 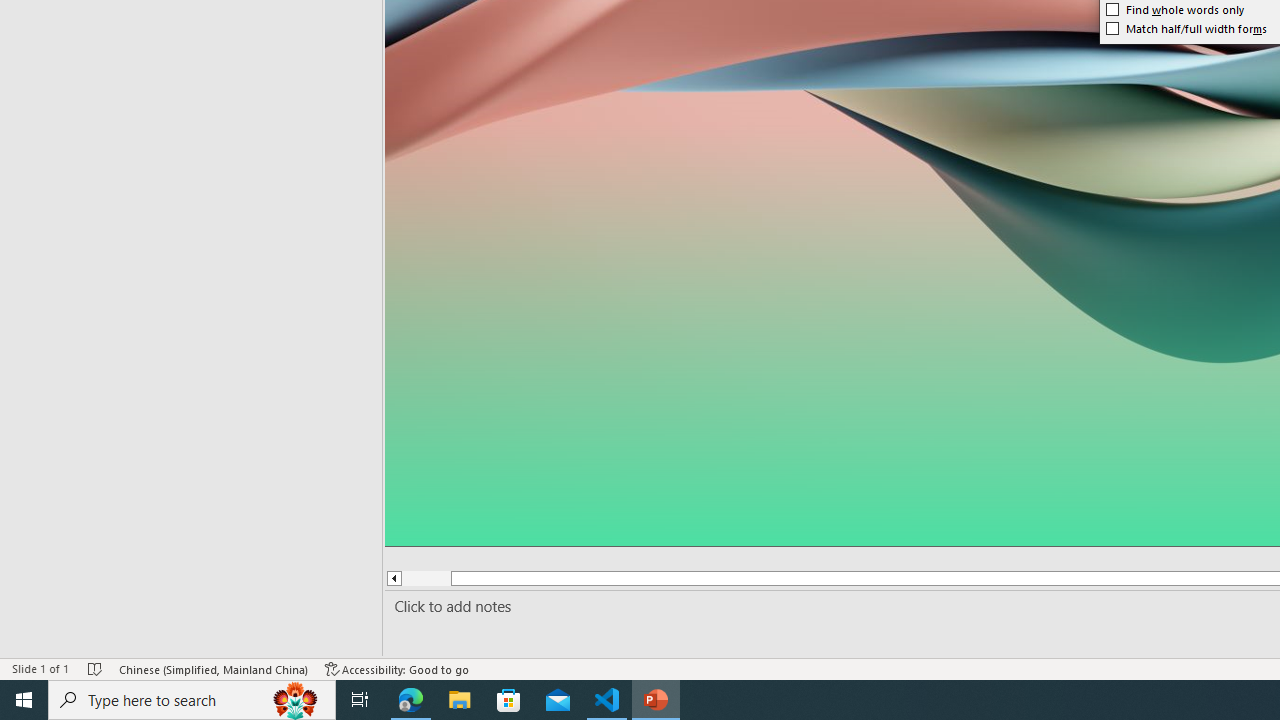 I want to click on 'Line up', so click(x=393, y=578).